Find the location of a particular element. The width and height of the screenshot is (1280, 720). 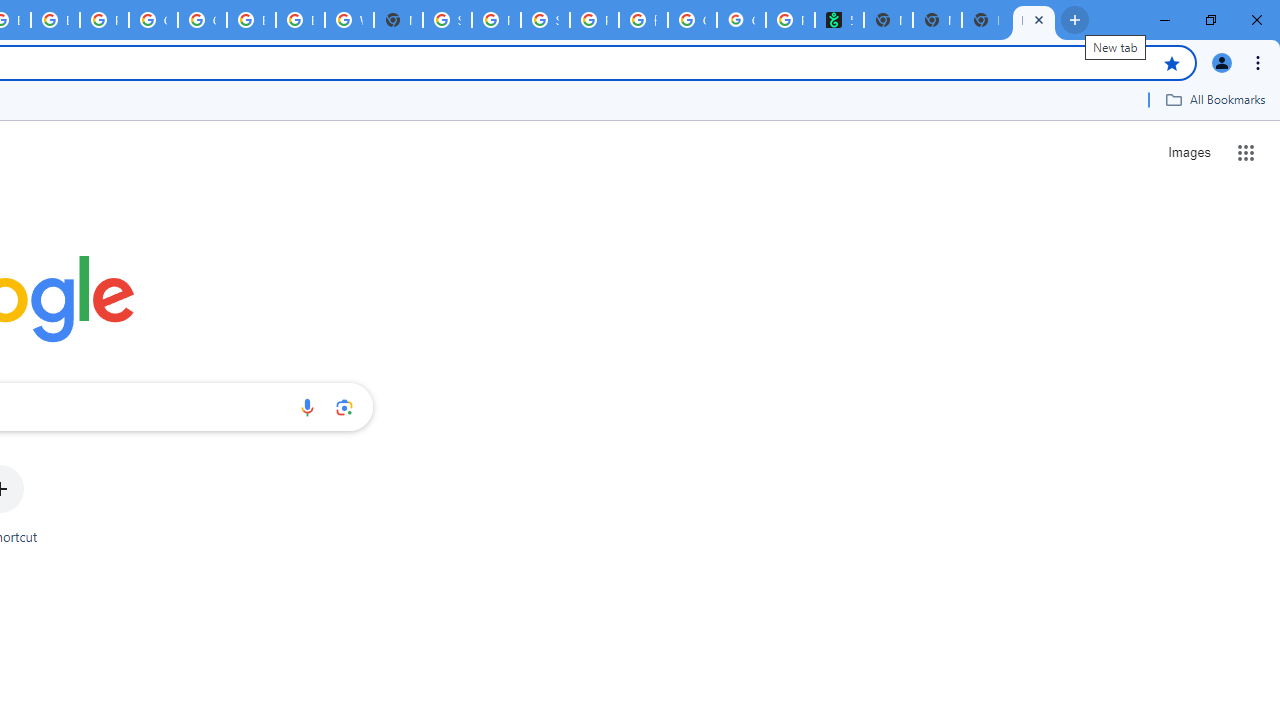

'Search by voice' is located at coordinates (306, 406).